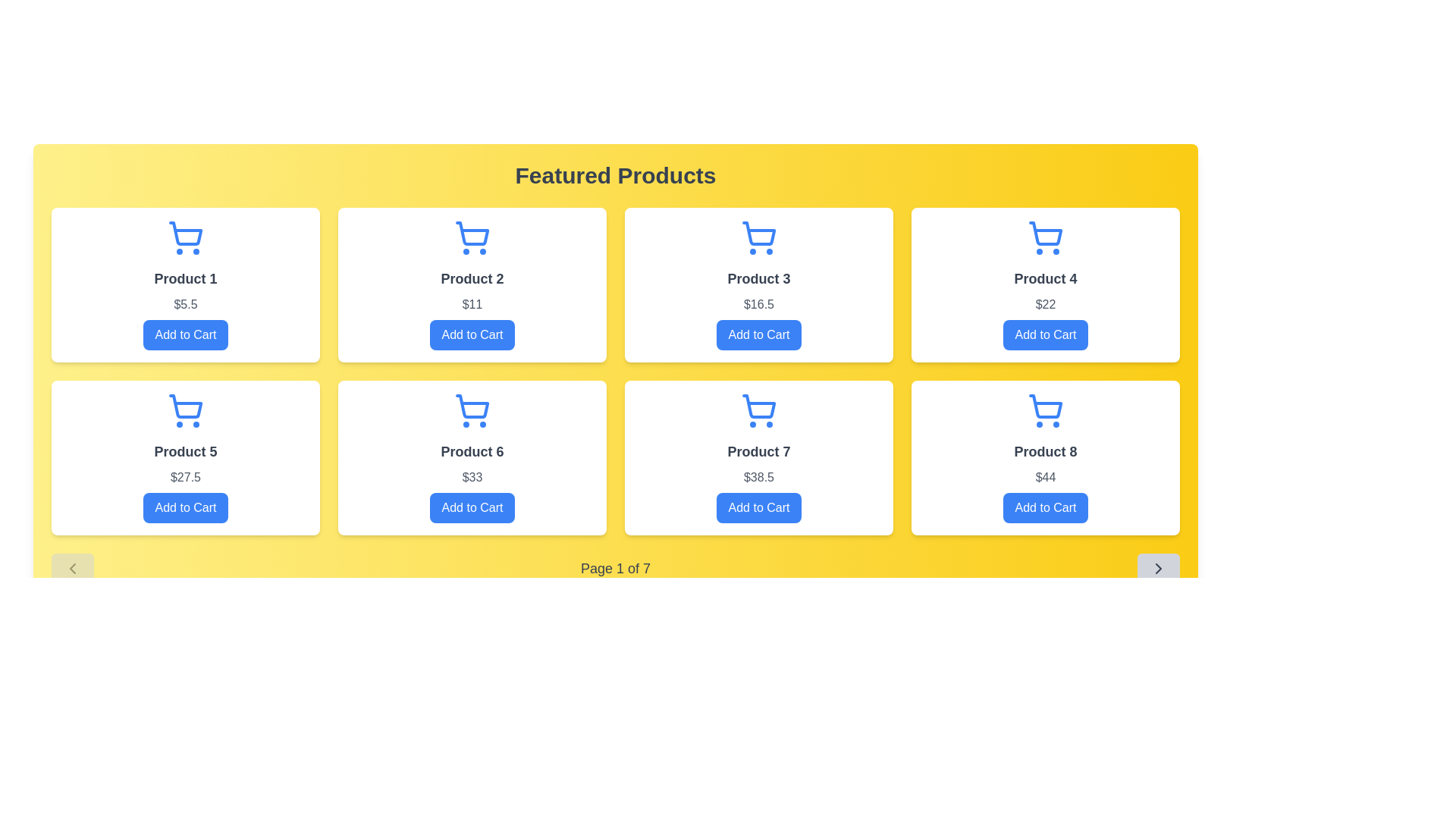 This screenshot has height=819, width=1456. I want to click on the Text label that serves as the descriptive title for a product, located below the shopping cart icon and above the price label ('$22'), so click(1044, 278).